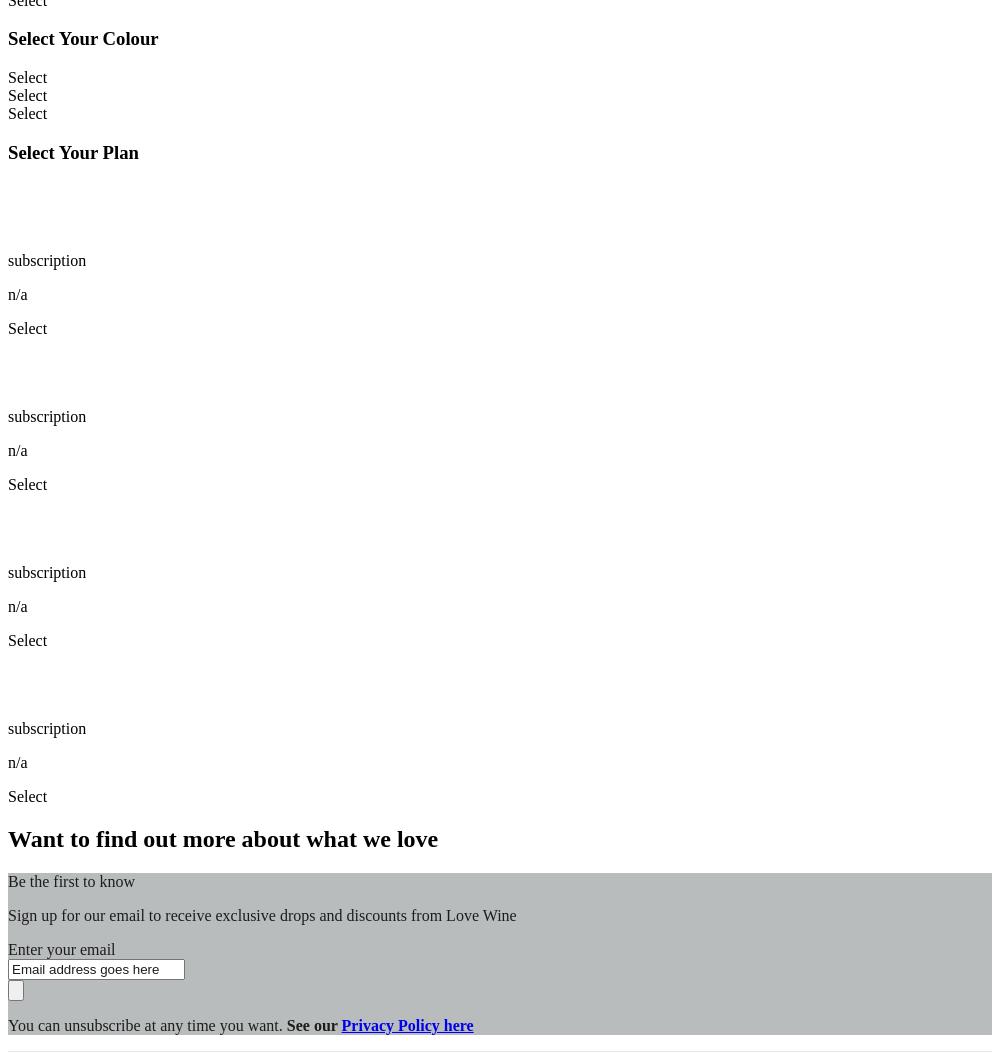 The height and width of the screenshot is (1054, 1000). Describe the element at coordinates (147, 1023) in the screenshot. I see `'You can unsubscribe at any time you want.'` at that location.